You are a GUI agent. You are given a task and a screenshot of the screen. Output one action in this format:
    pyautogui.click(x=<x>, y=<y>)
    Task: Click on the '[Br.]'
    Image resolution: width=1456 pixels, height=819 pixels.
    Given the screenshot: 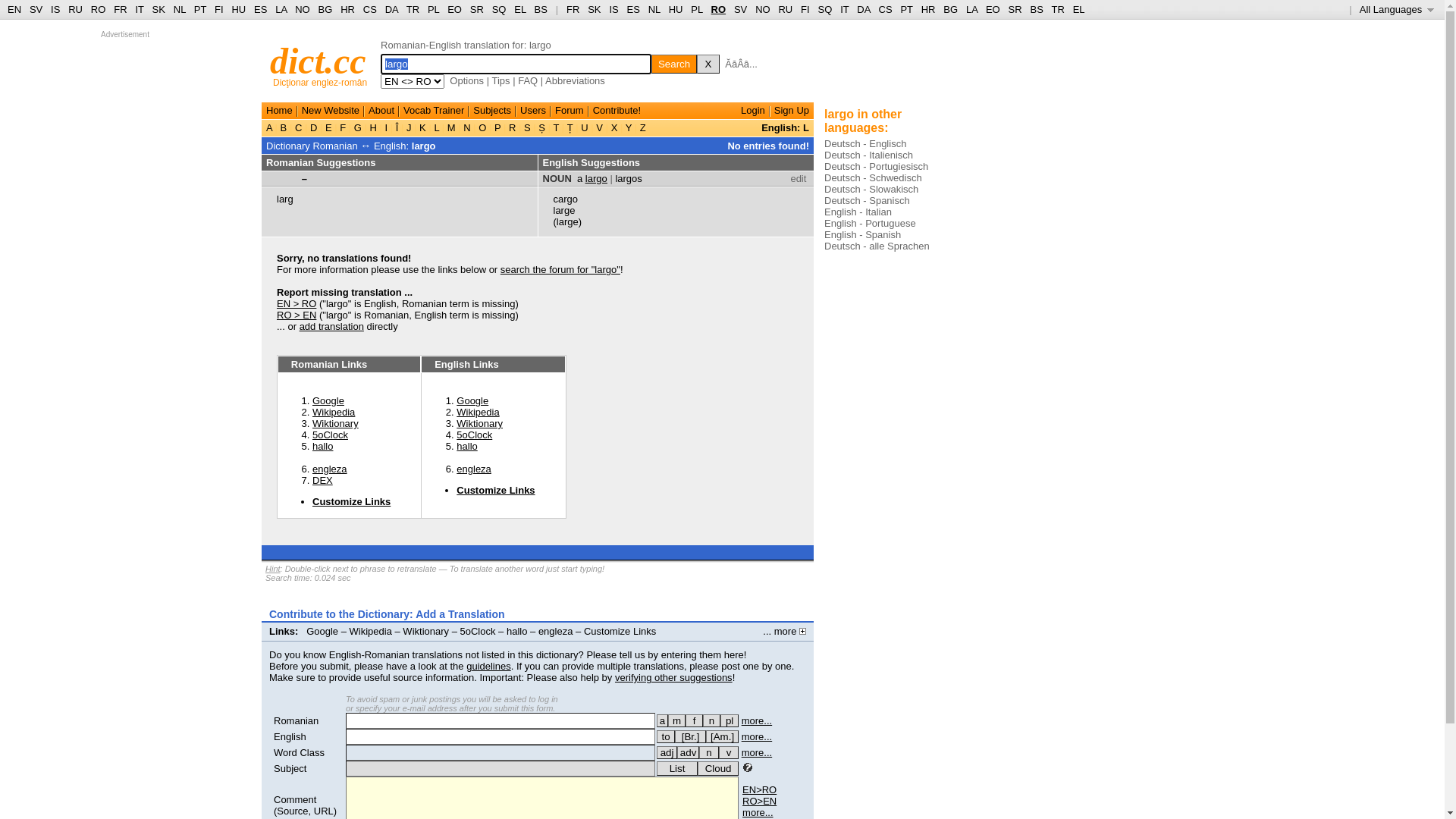 What is the action you would take?
    pyautogui.click(x=689, y=736)
    